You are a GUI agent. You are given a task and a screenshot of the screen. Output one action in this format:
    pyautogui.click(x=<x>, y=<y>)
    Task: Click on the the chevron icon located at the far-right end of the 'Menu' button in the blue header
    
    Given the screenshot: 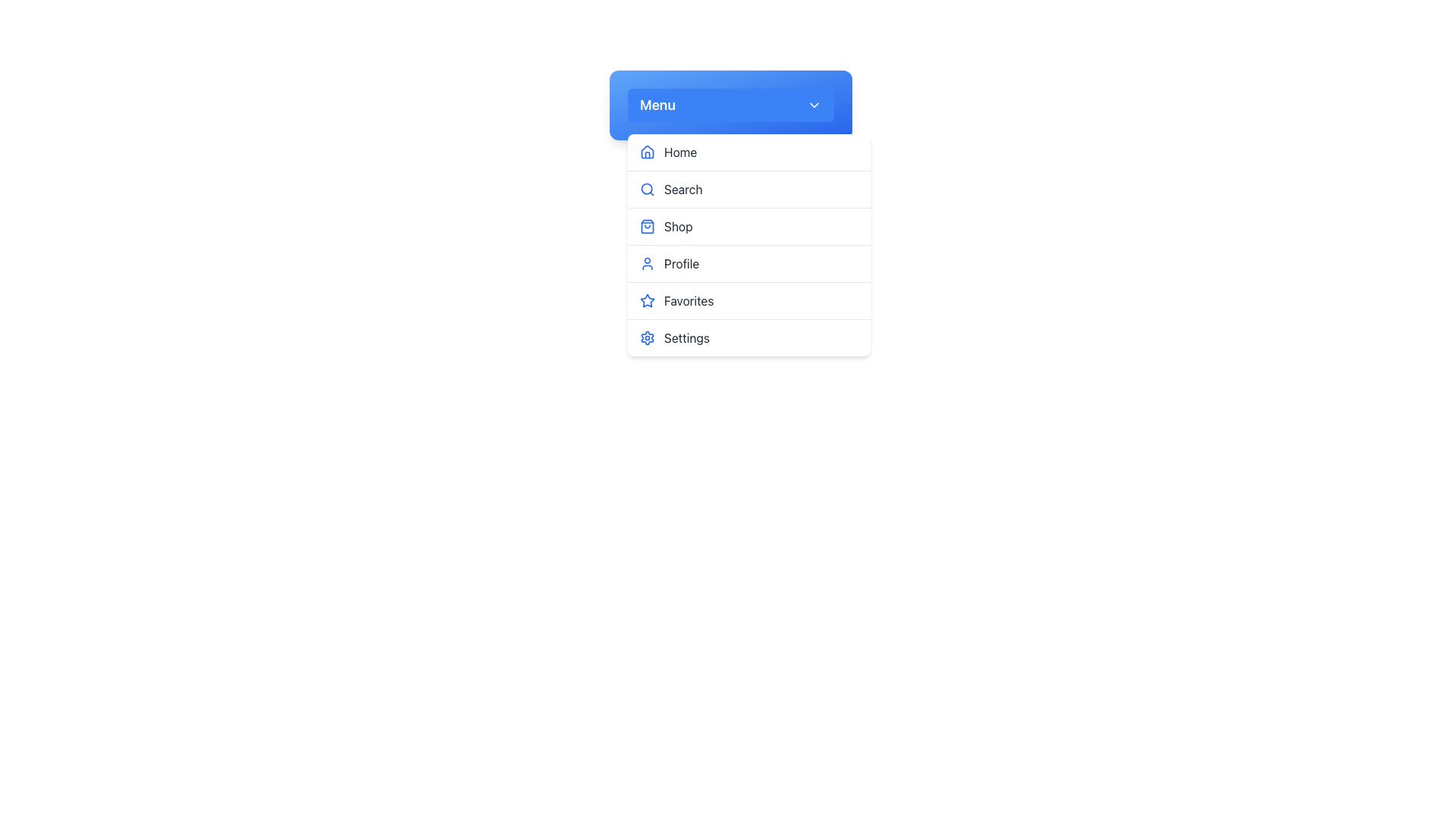 What is the action you would take?
    pyautogui.click(x=814, y=104)
    